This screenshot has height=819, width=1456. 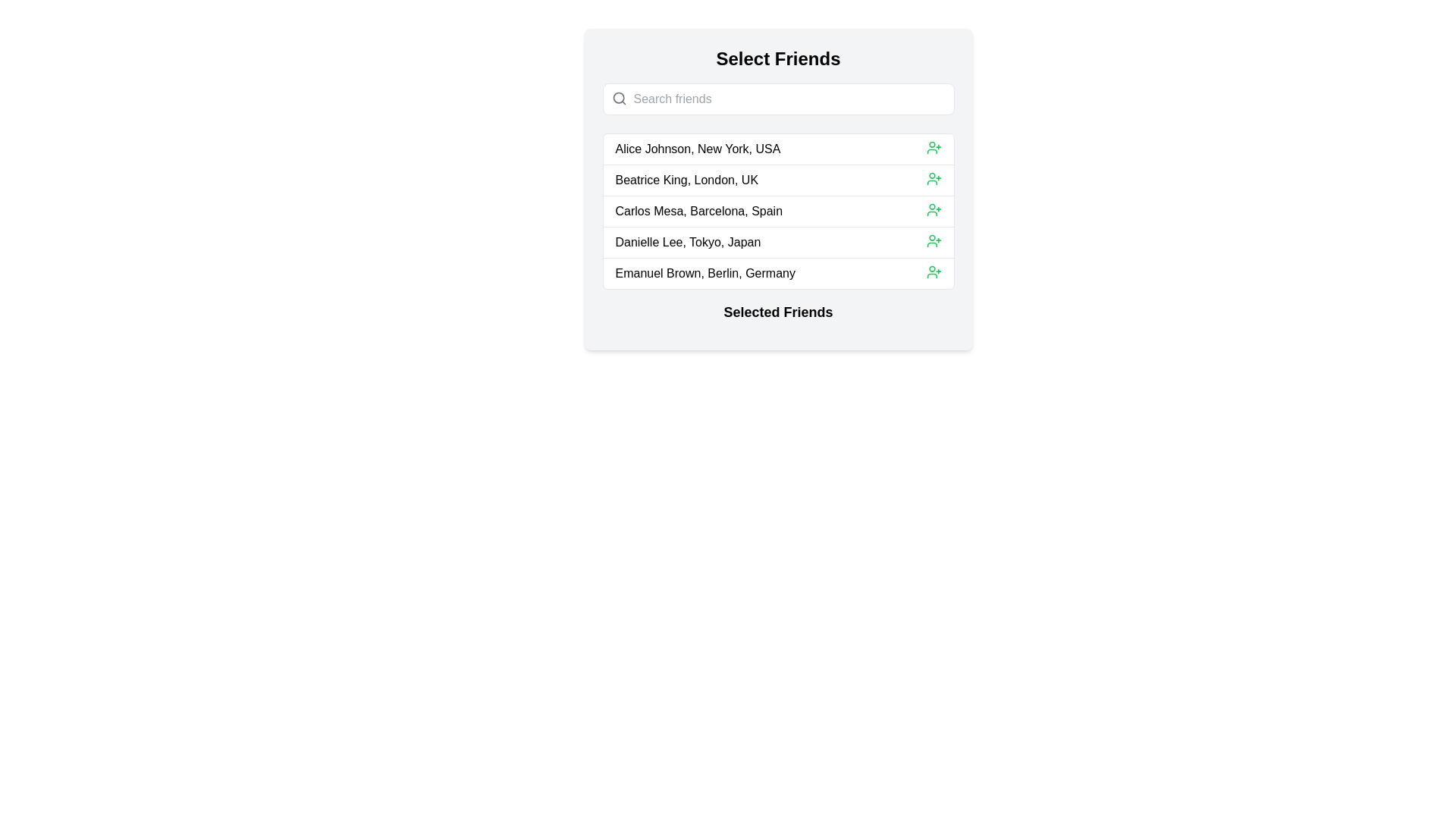 What do you see at coordinates (704, 274) in the screenshot?
I see `text content of the fifth item in the 'Select Friends' list, which is positioned below 'Danielle Lee, Tokyo, Japan'` at bounding box center [704, 274].